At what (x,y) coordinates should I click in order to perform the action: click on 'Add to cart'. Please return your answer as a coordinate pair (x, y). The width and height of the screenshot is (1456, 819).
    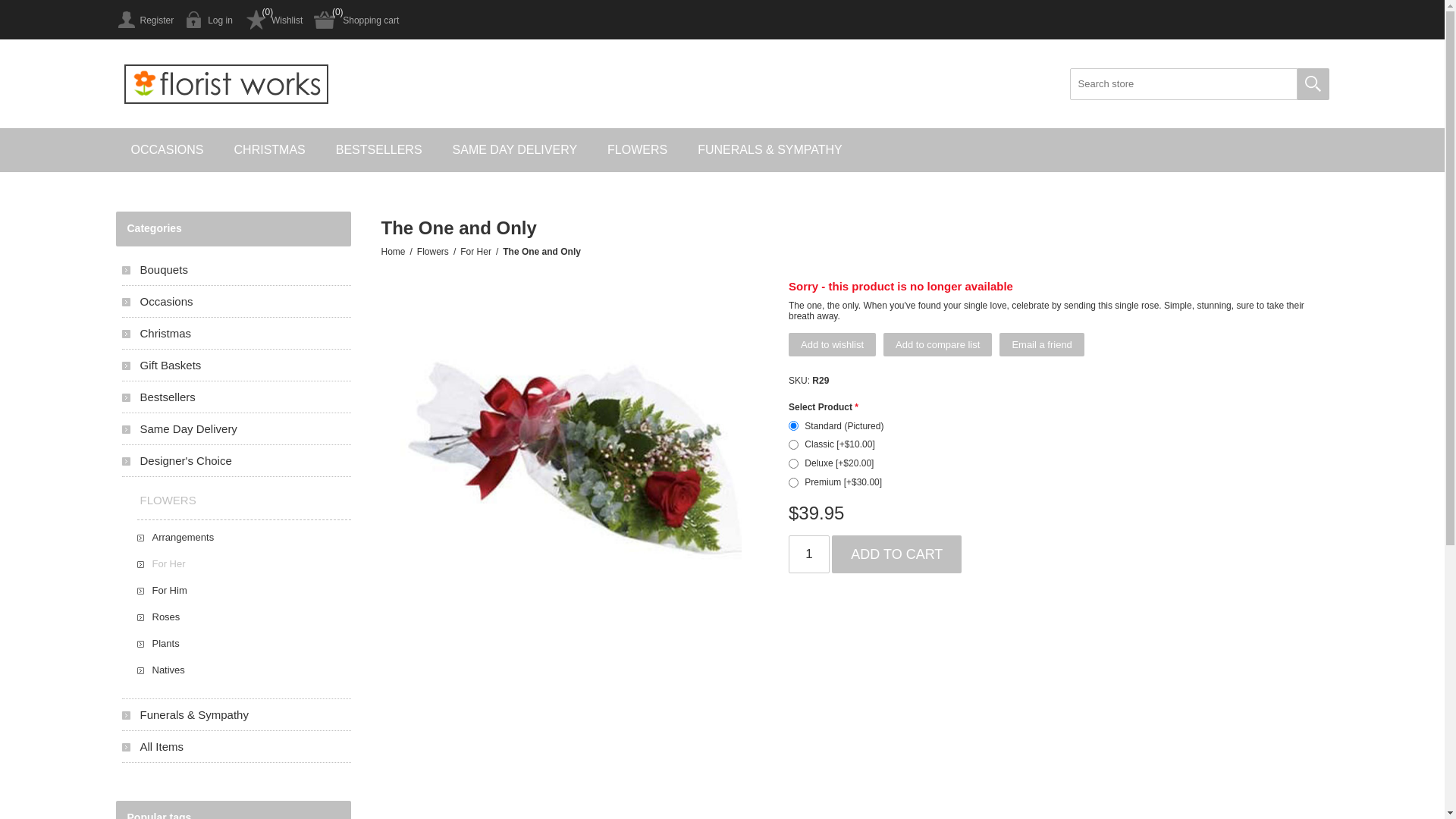
    Looking at the image, I should click on (896, 554).